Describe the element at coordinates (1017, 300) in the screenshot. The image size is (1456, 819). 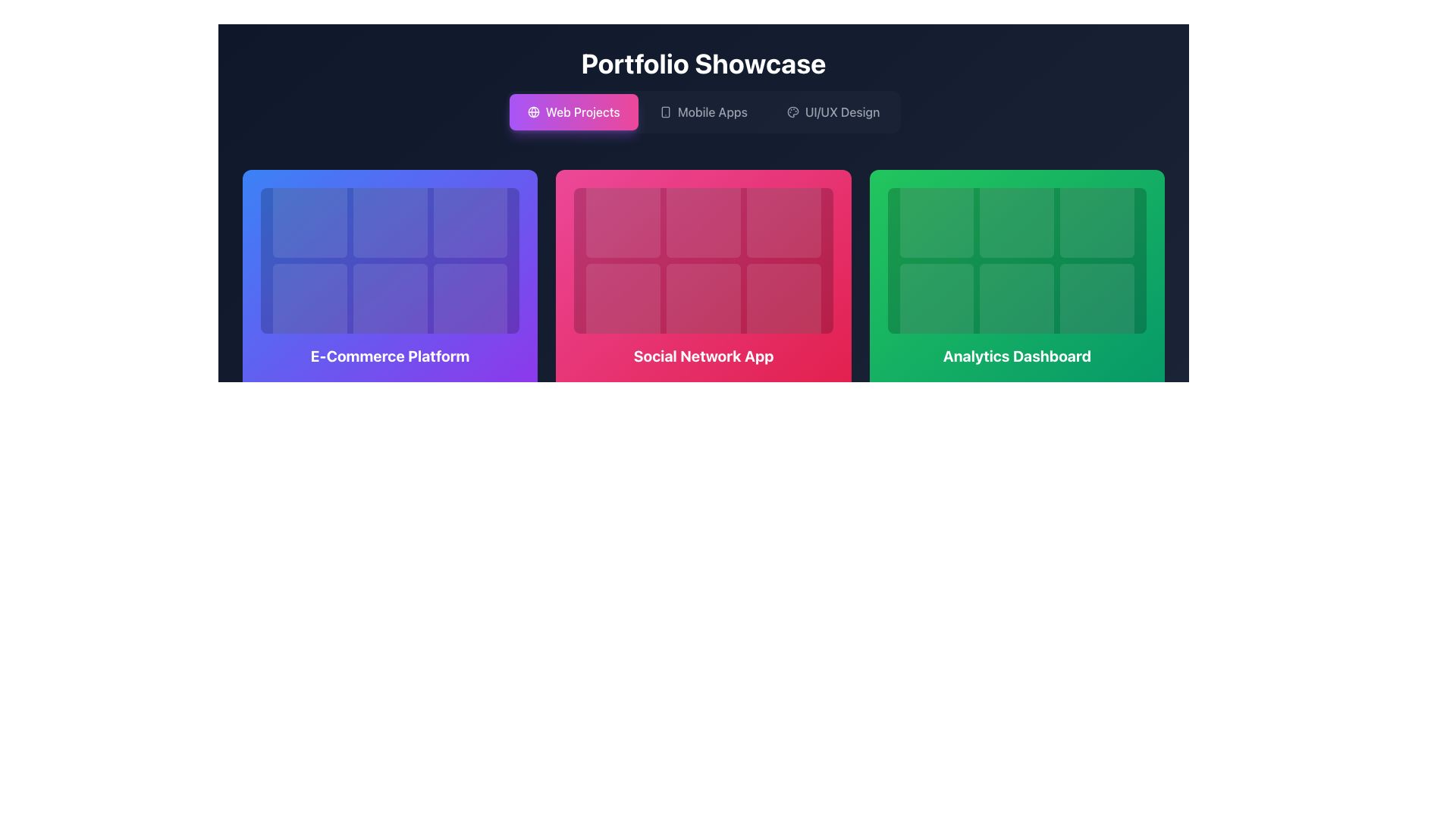
I see `the second item in the second row of the 3x2 grid structure in the Analytics Dashboard, which is visually represented as a placeholder in a green-themed panel` at that location.